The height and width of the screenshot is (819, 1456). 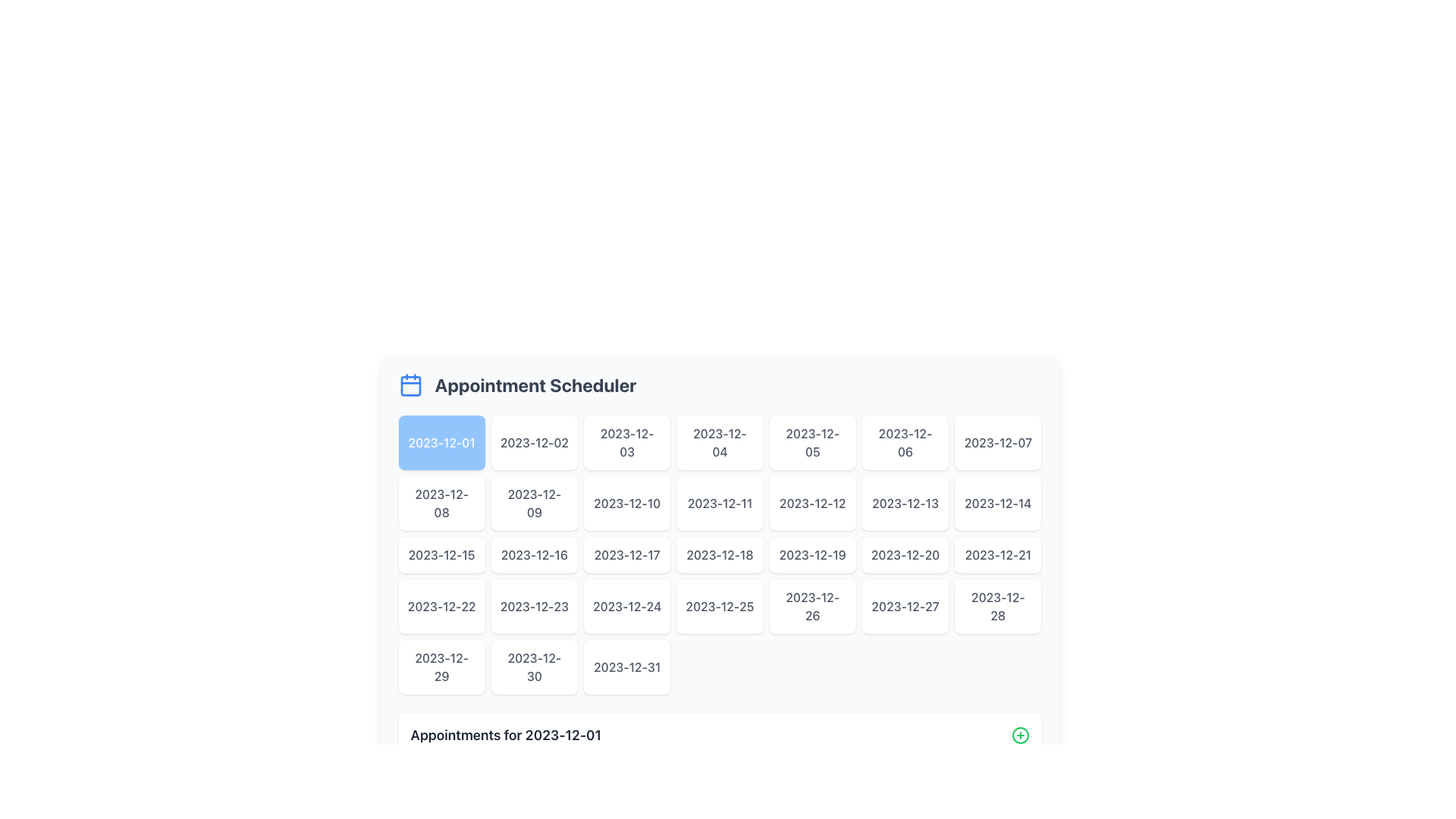 I want to click on the rectangular button with rounded corners styled with a white background and gray text displaying the date '2023-12-31' located in the last row and last column of the grid under the 'Appointment Scheduler' header, so click(x=627, y=666).